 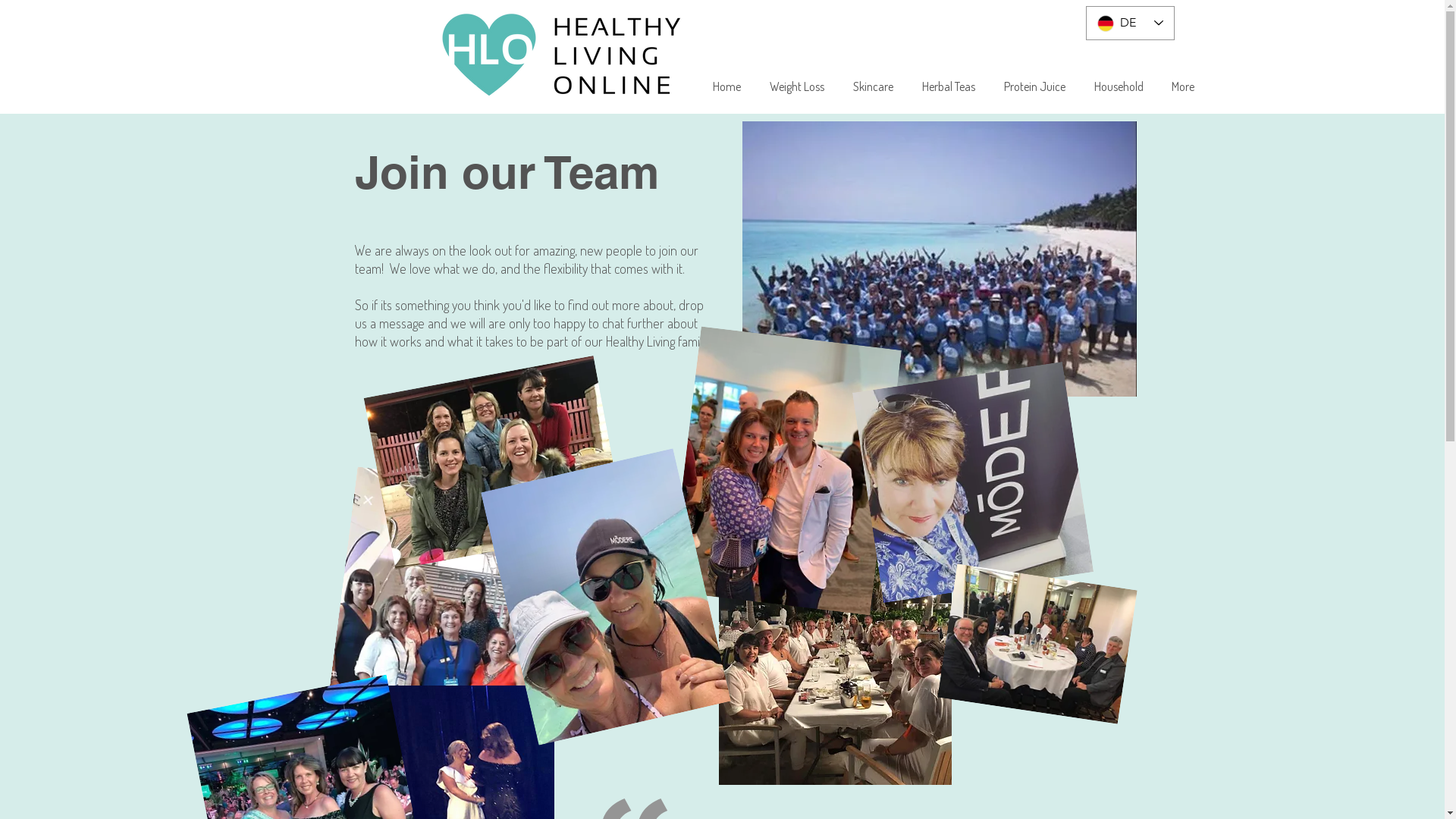 I want to click on 'Home', so click(x=726, y=86).